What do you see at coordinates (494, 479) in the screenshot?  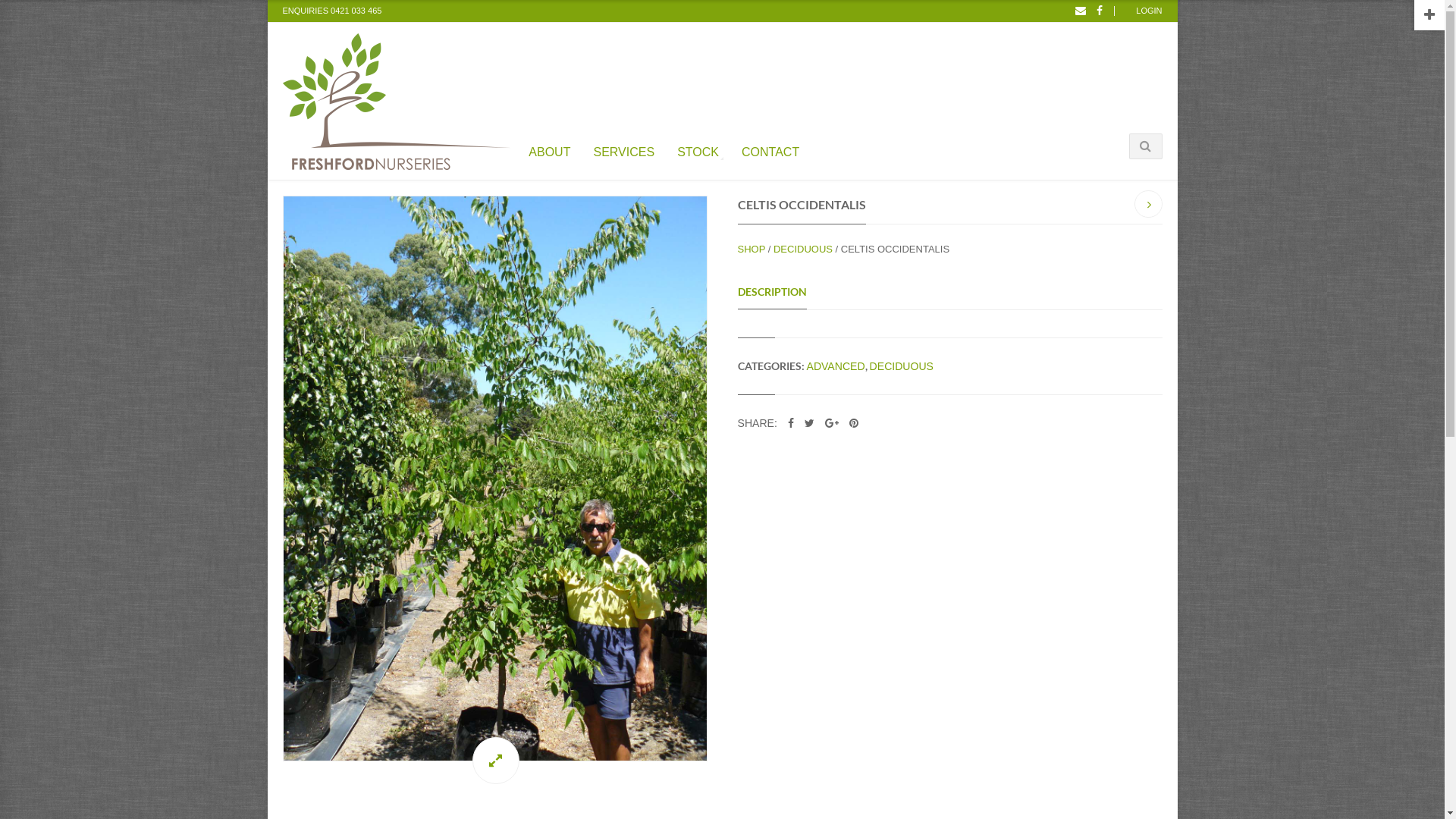 I see `'Celtis occidentalis 1'` at bounding box center [494, 479].